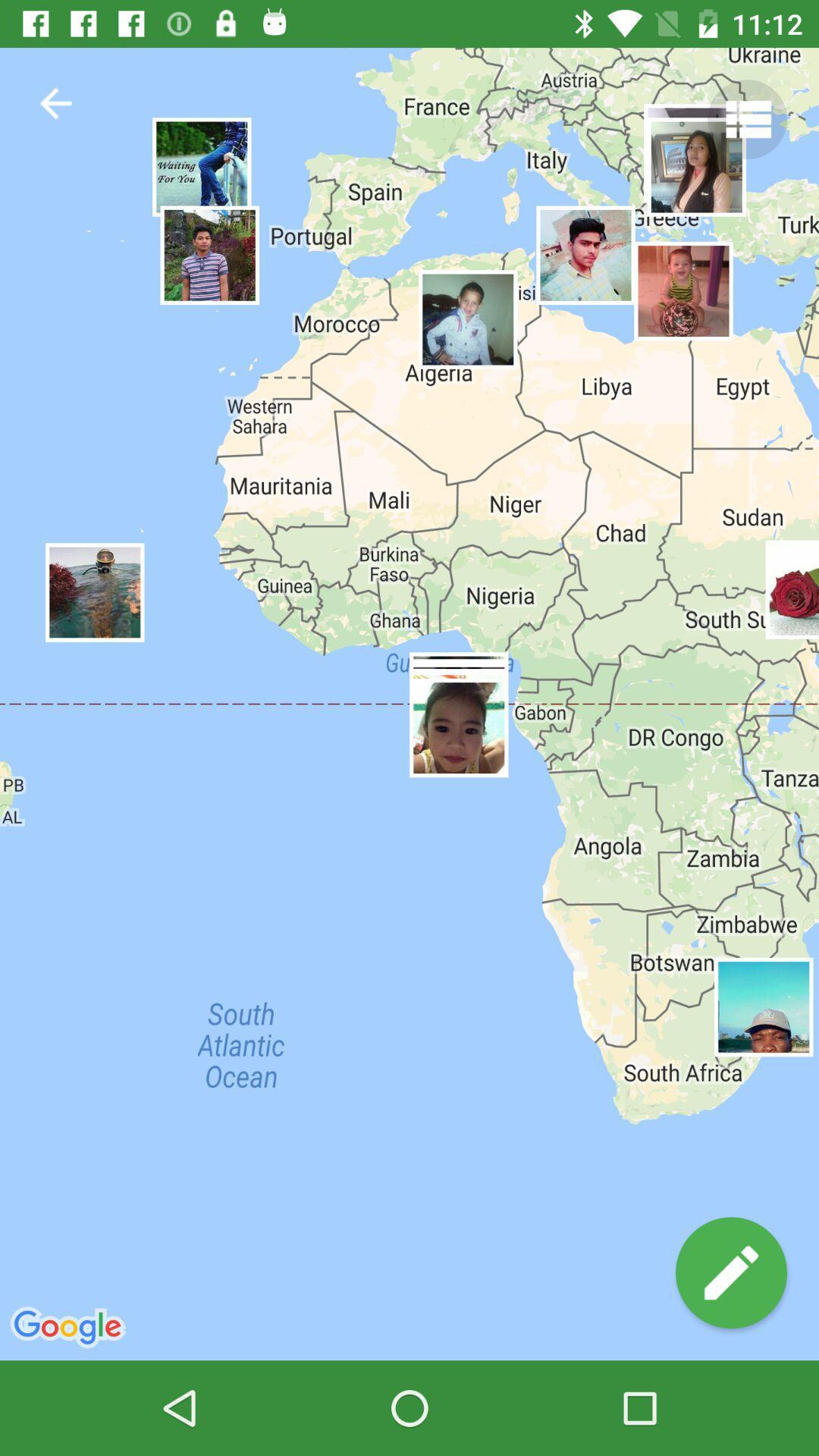 This screenshot has height=1456, width=819. I want to click on write comment, so click(730, 1272).